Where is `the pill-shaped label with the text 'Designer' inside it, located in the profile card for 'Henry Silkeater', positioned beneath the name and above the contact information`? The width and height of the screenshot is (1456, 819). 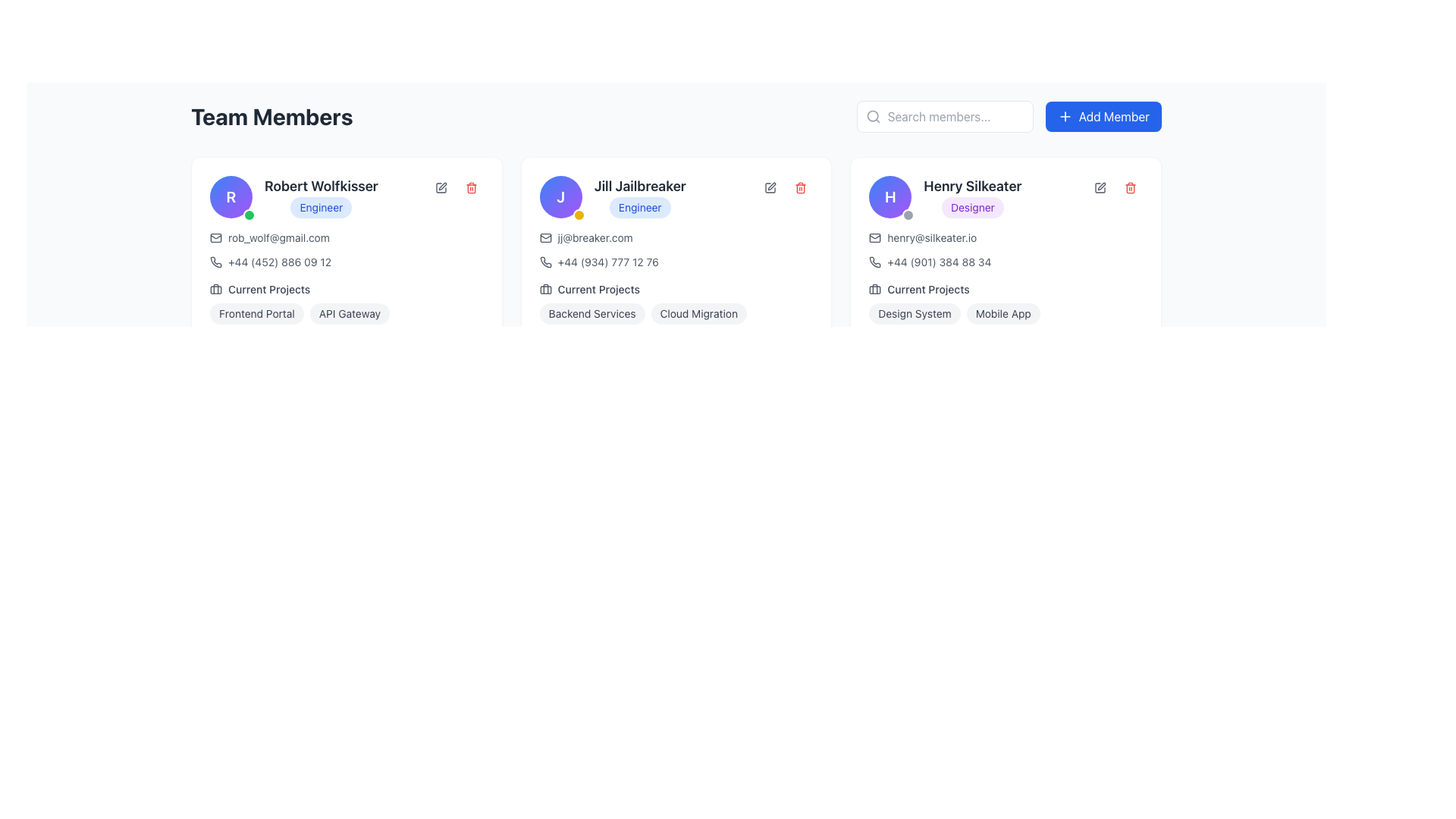 the pill-shaped label with the text 'Designer' inside it, located in the profile card for 'Henry Silkeater', positioned beneath the name and above the contact information is located at coordinates (972, 207).